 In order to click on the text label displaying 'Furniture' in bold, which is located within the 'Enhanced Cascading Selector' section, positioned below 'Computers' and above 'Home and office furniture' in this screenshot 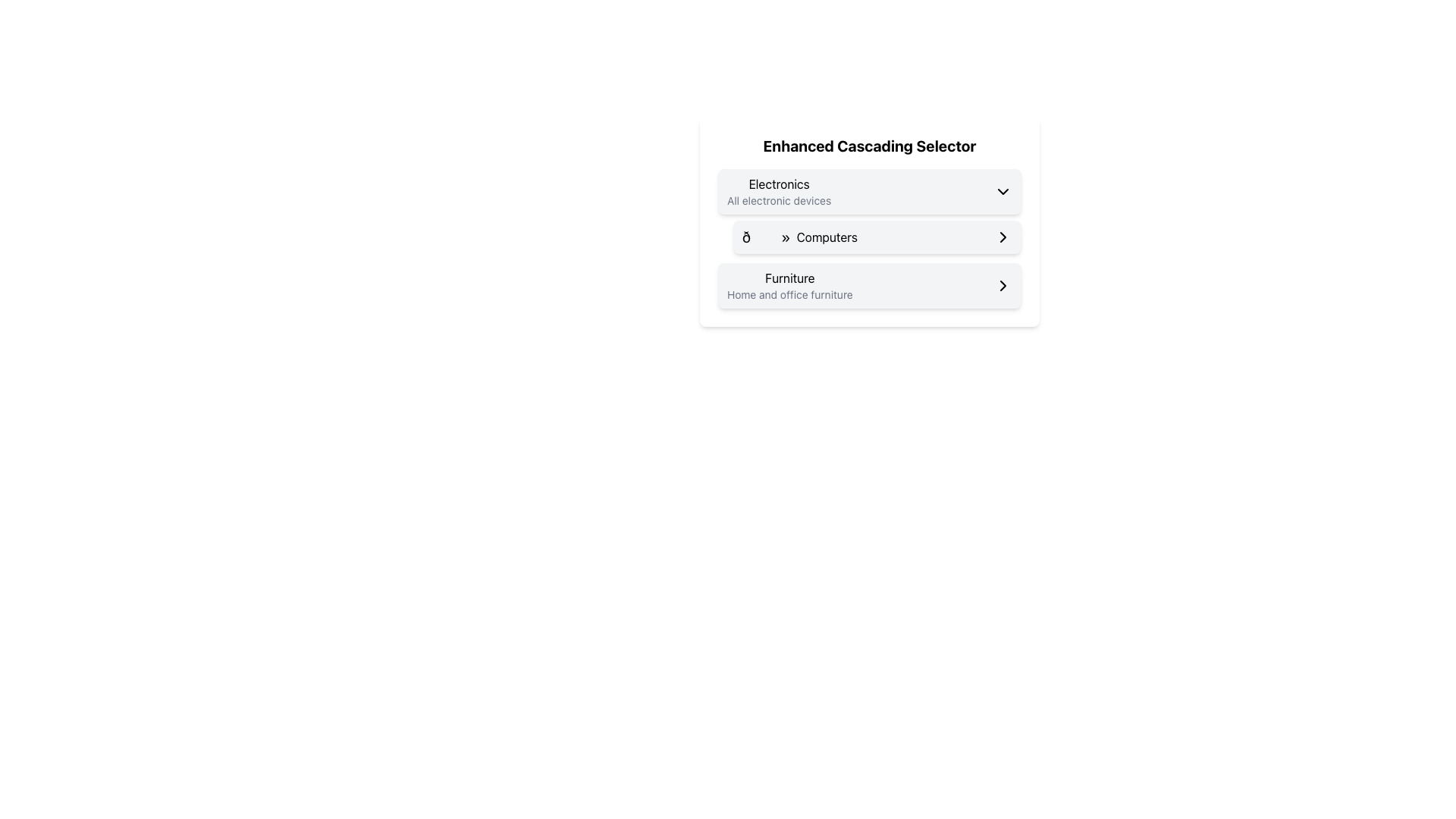, I will do `click(789, 278)`.